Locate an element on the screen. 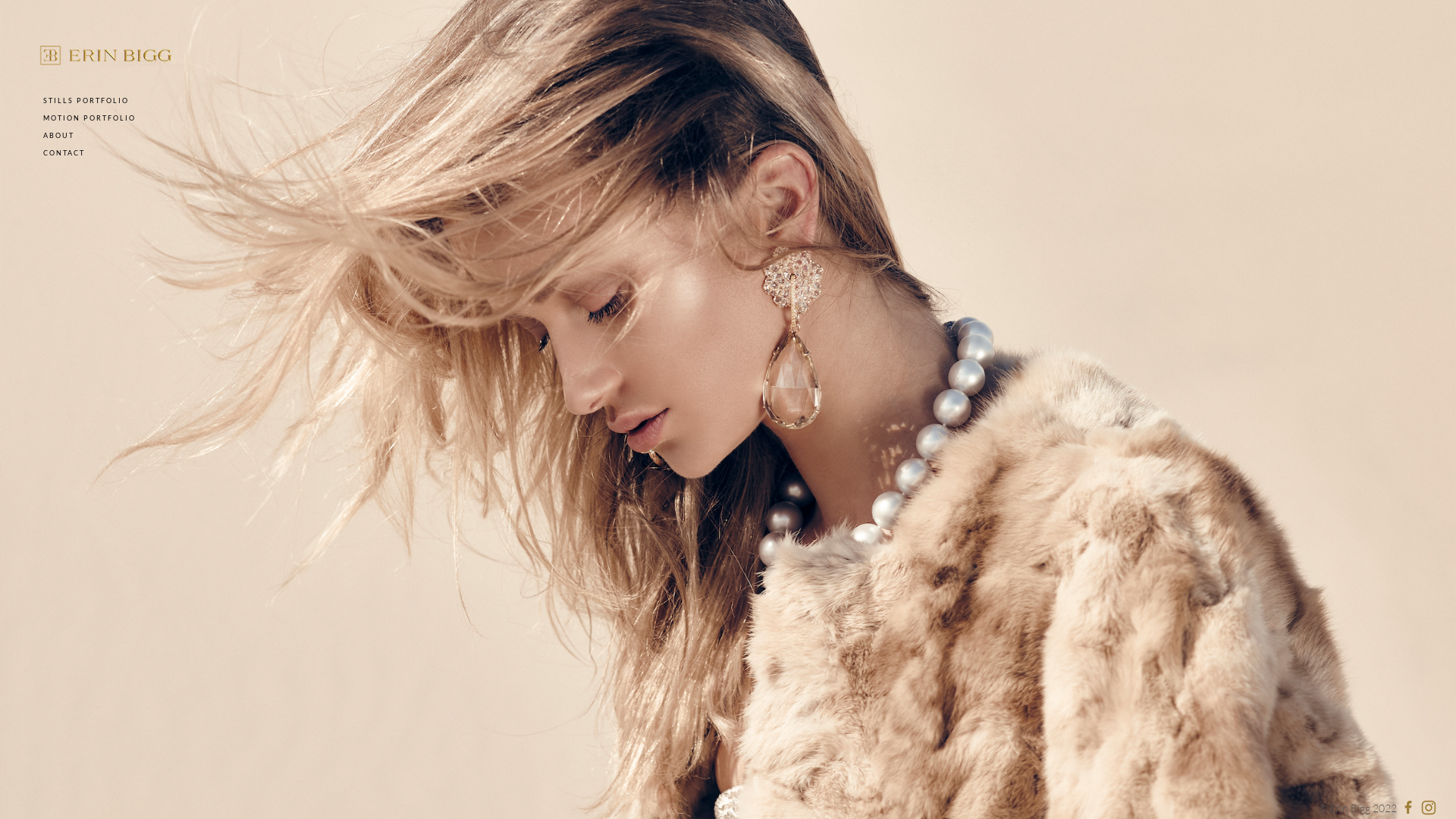 The height and width of the screenshot is (819, 1456). 'STILLS PORTFOLIO' is located at coordinates (85, 100).